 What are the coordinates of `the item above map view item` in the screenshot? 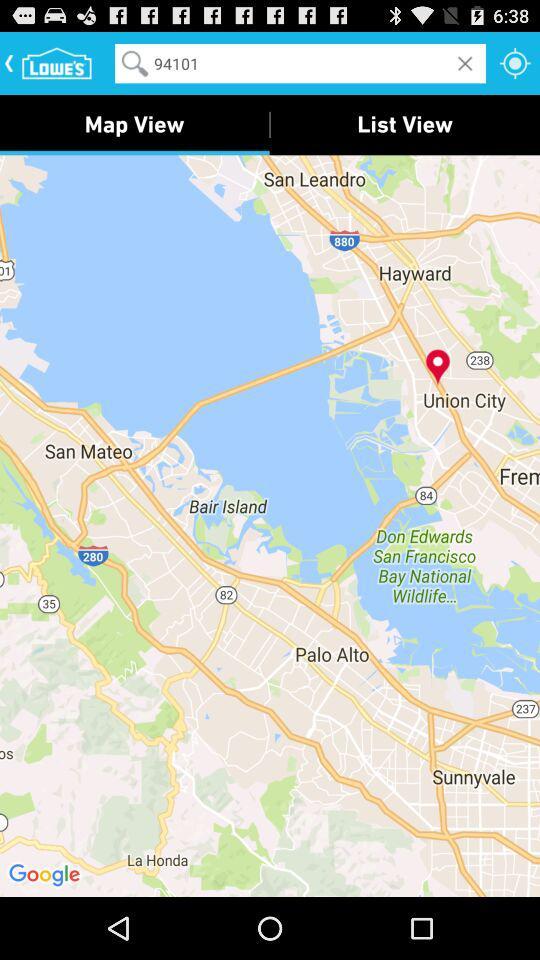 It's located at (299, 63).